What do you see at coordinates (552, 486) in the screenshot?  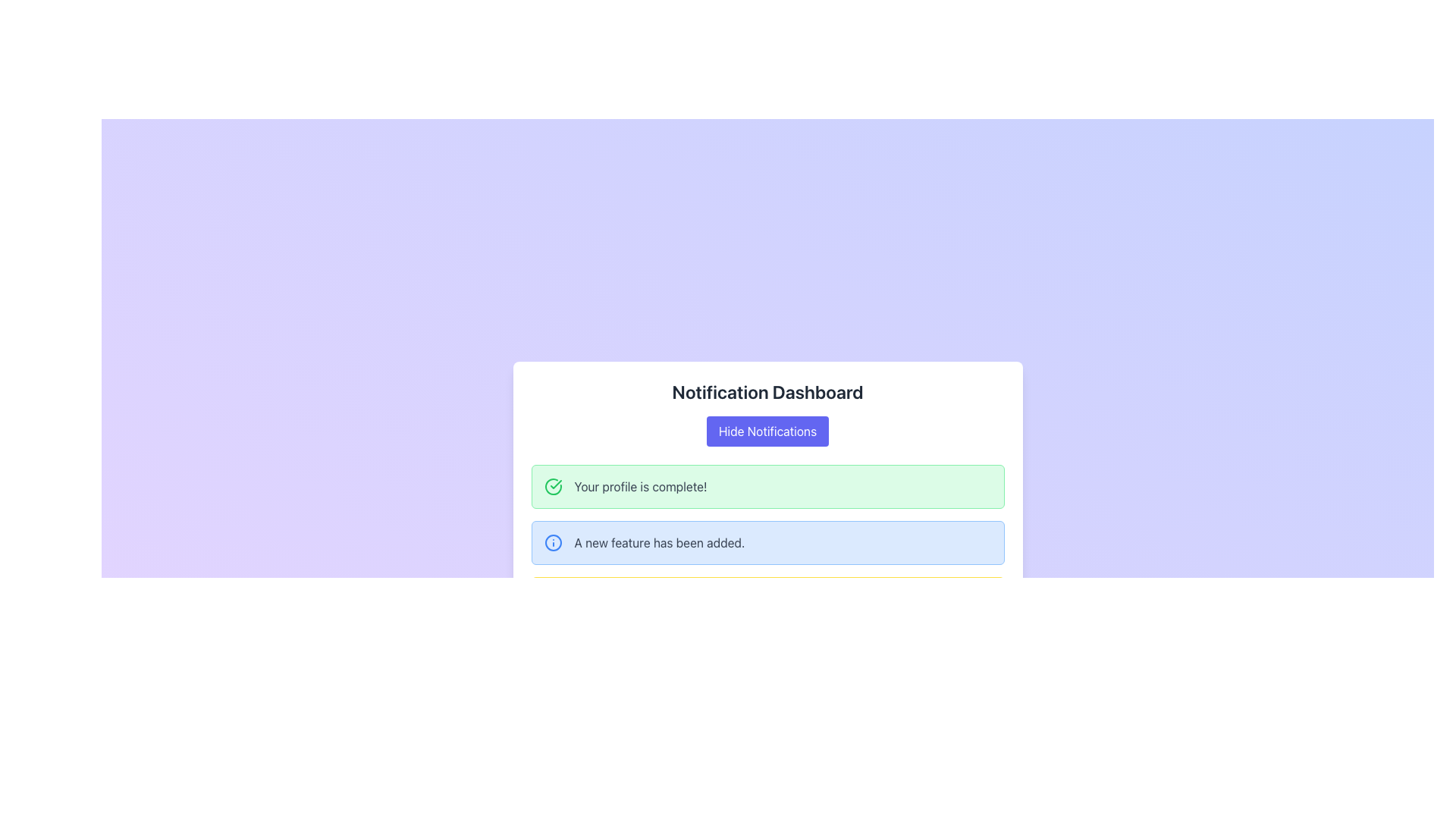 I see `the completion status icon located next to the green notification message 'Your profile is complete!' within the notification dashboard` at bounding box center [552, 486].